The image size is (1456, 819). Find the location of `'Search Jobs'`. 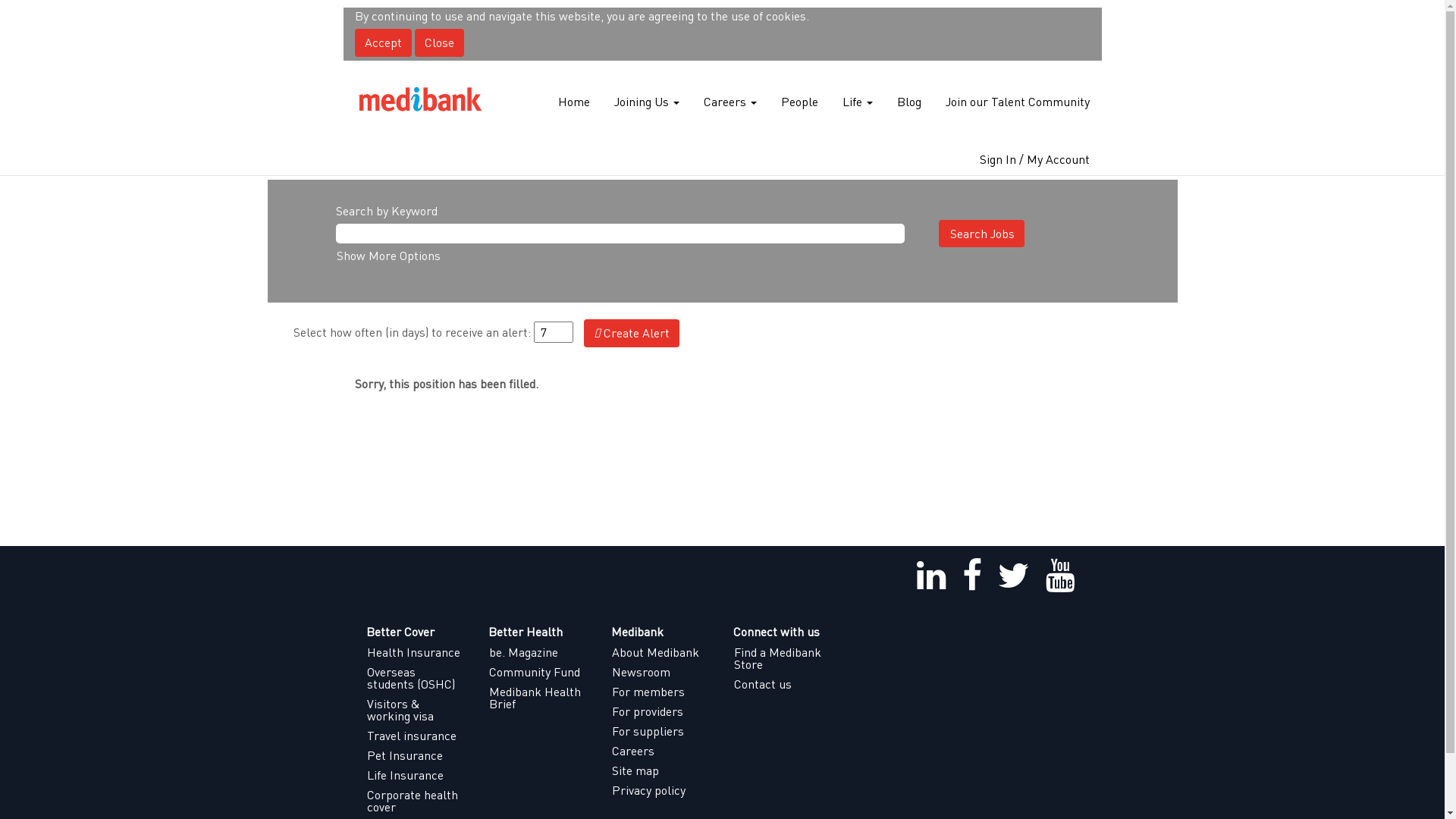

'Search Jobs' is located at coordinates (981, 234).